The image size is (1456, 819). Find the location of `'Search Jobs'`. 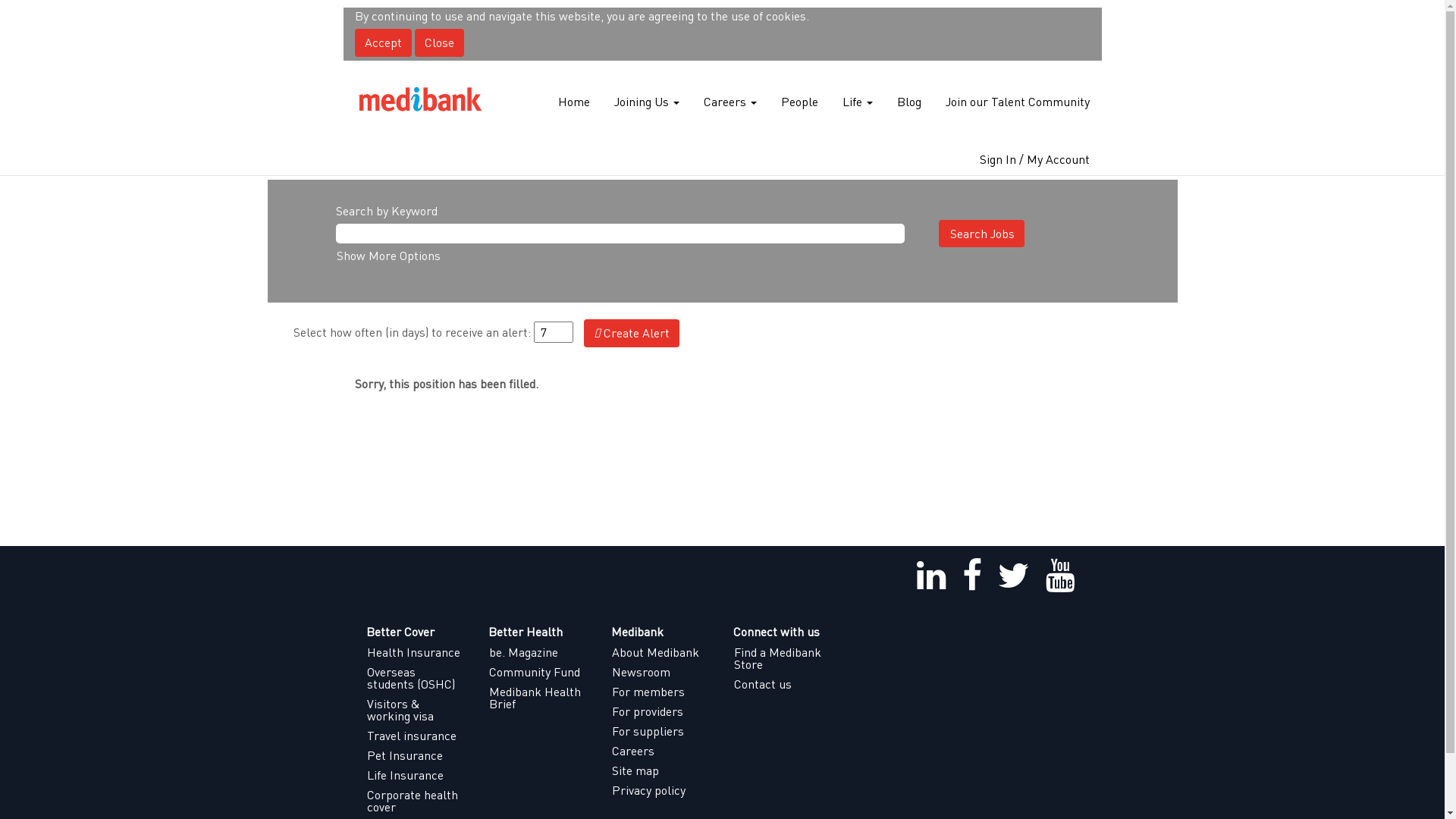

'Search Jobs' is located at coordinates (981, 234).